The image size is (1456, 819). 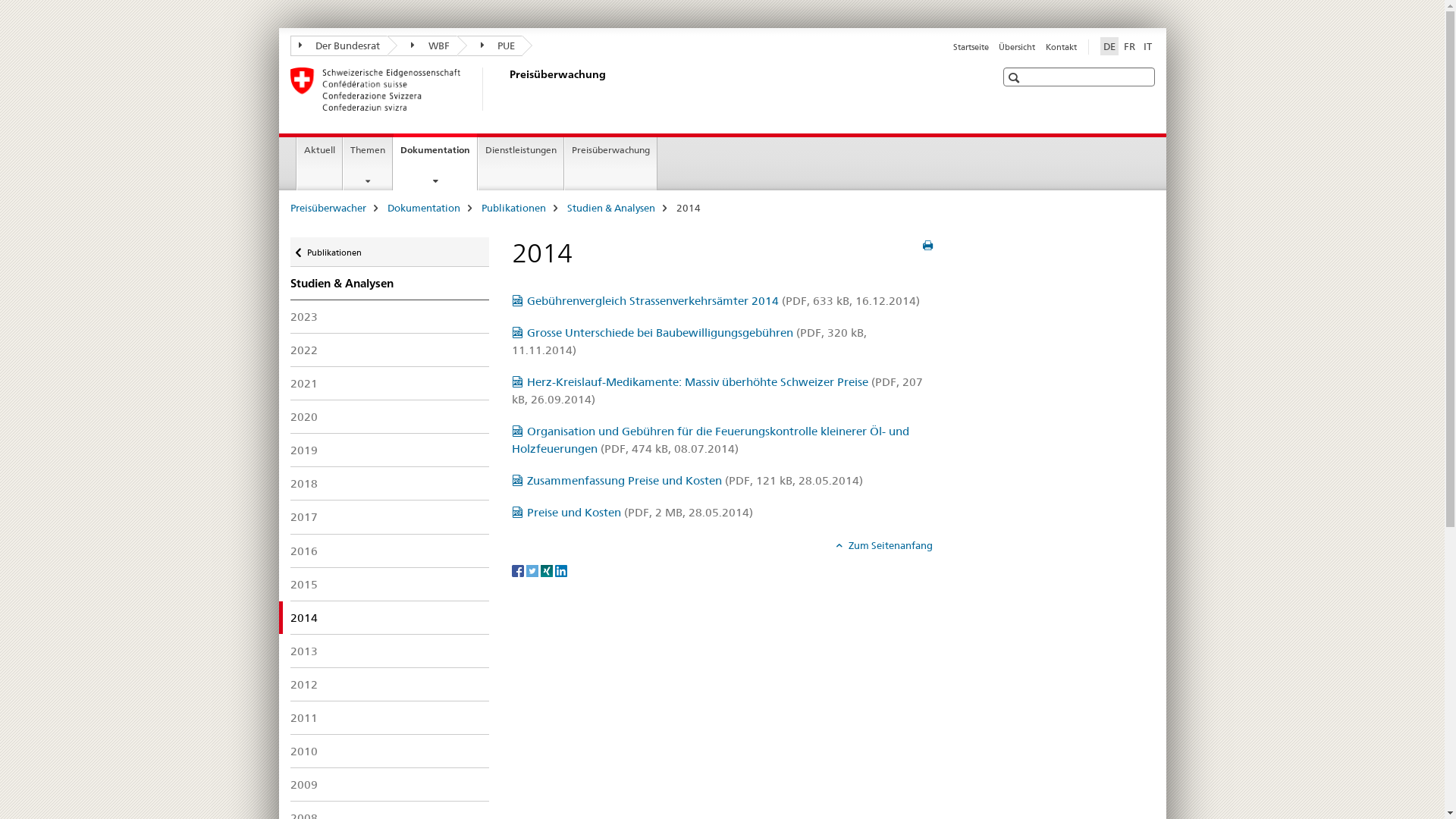 I want to click on 'WBF', so click(x=422, y=45).